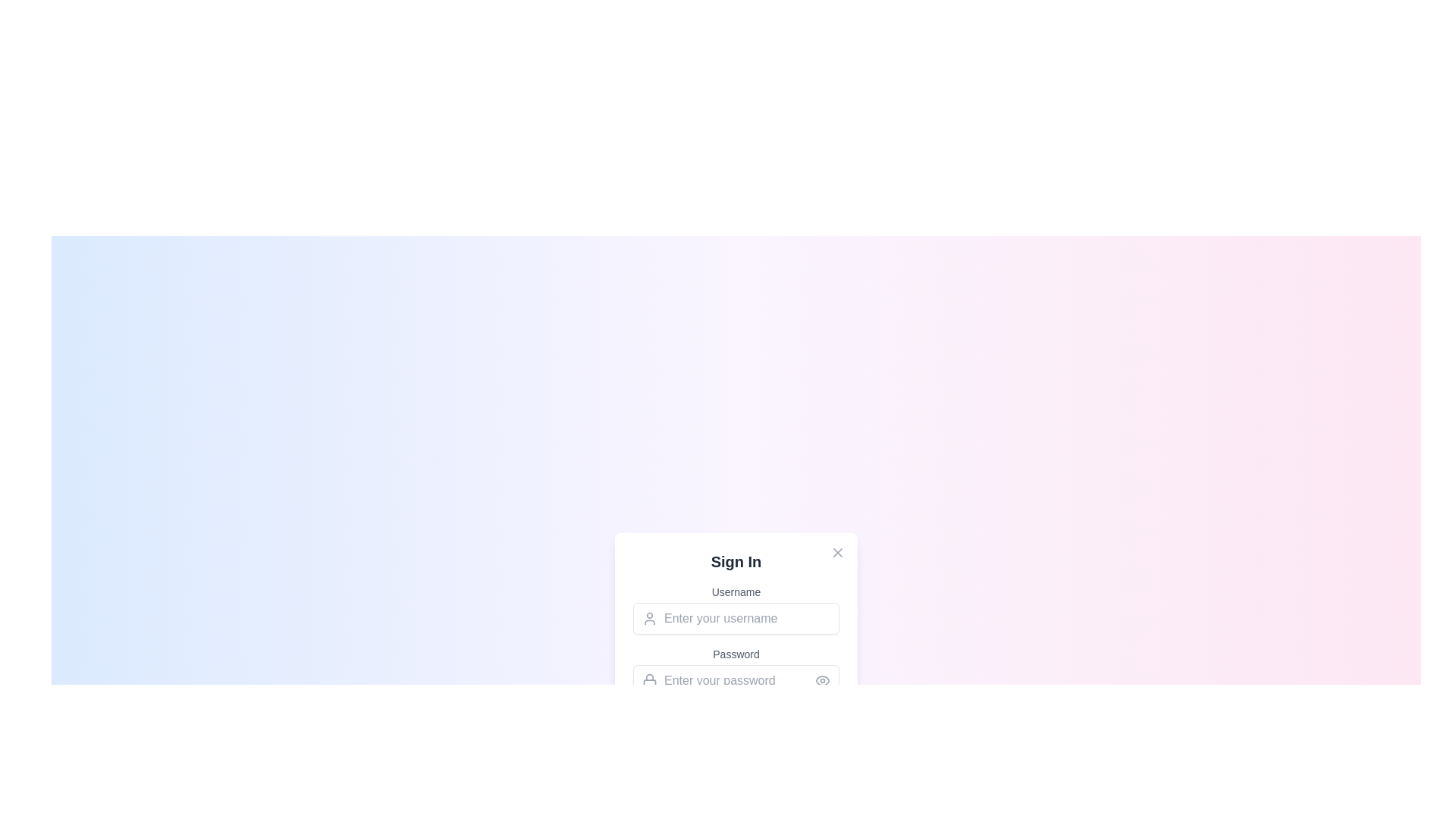  I want to click on the eye icon button located to the right of the password input field in the sign-in form, so click(821, 680).